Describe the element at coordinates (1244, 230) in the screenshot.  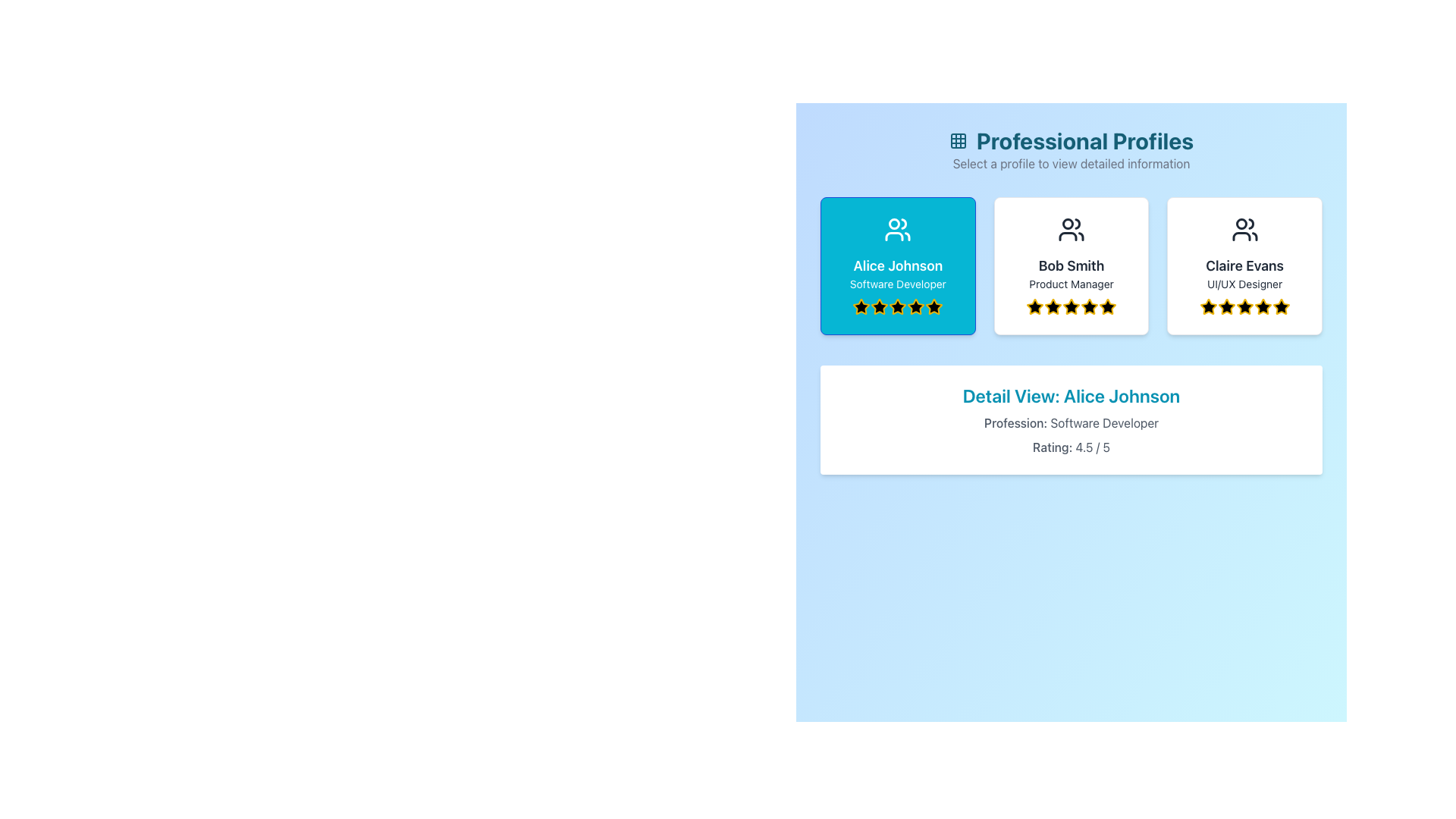
I see `the icon representing a group of people located at the top-center of the profile card labeled 'Claire Evans'` at that location.